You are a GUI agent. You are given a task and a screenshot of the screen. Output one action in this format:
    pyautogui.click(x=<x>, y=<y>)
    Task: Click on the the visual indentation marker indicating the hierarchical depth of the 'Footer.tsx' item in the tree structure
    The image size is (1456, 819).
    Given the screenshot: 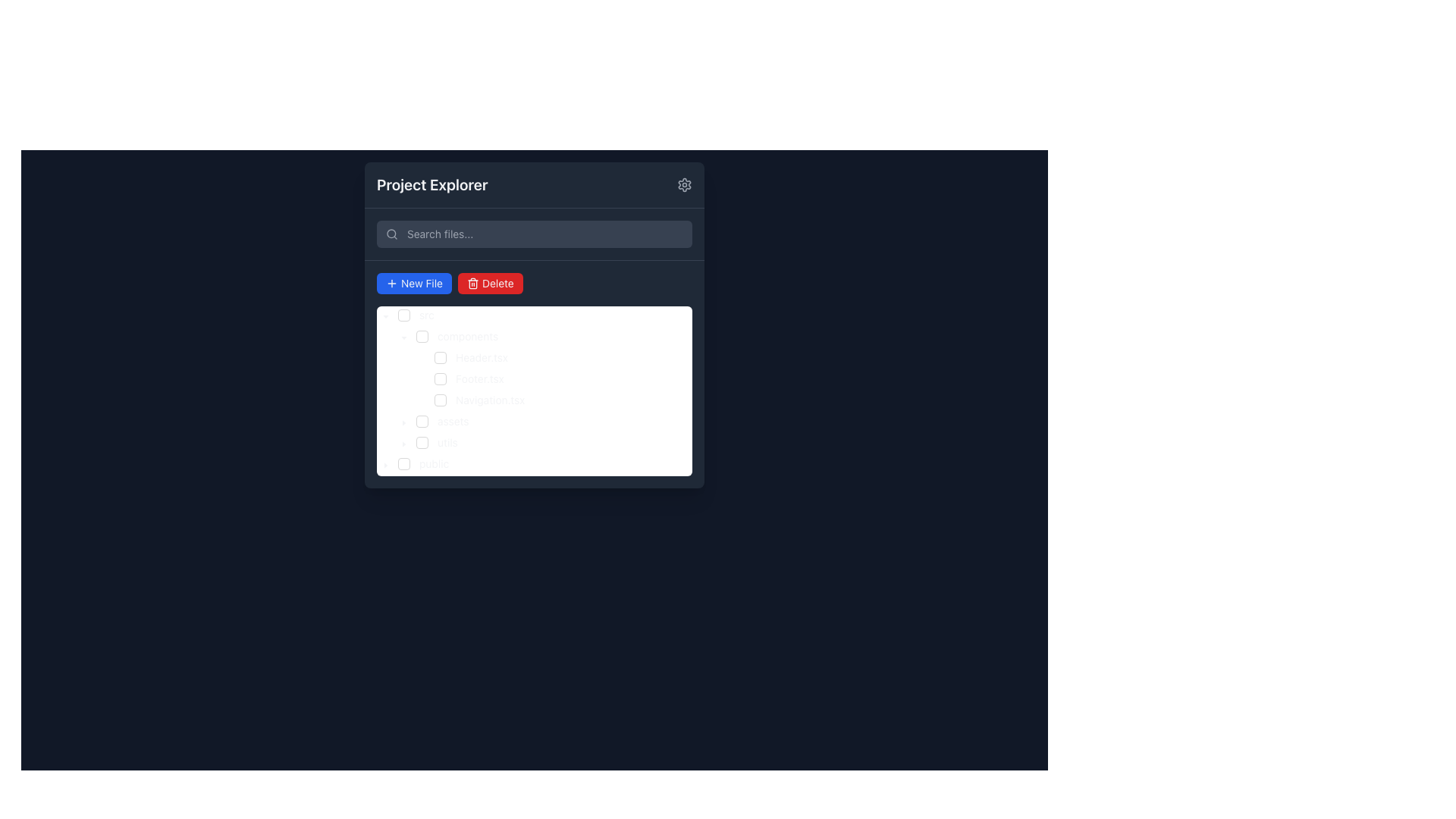 What is the action you would take?
    pyautogui.click(x=395, y=378)
    